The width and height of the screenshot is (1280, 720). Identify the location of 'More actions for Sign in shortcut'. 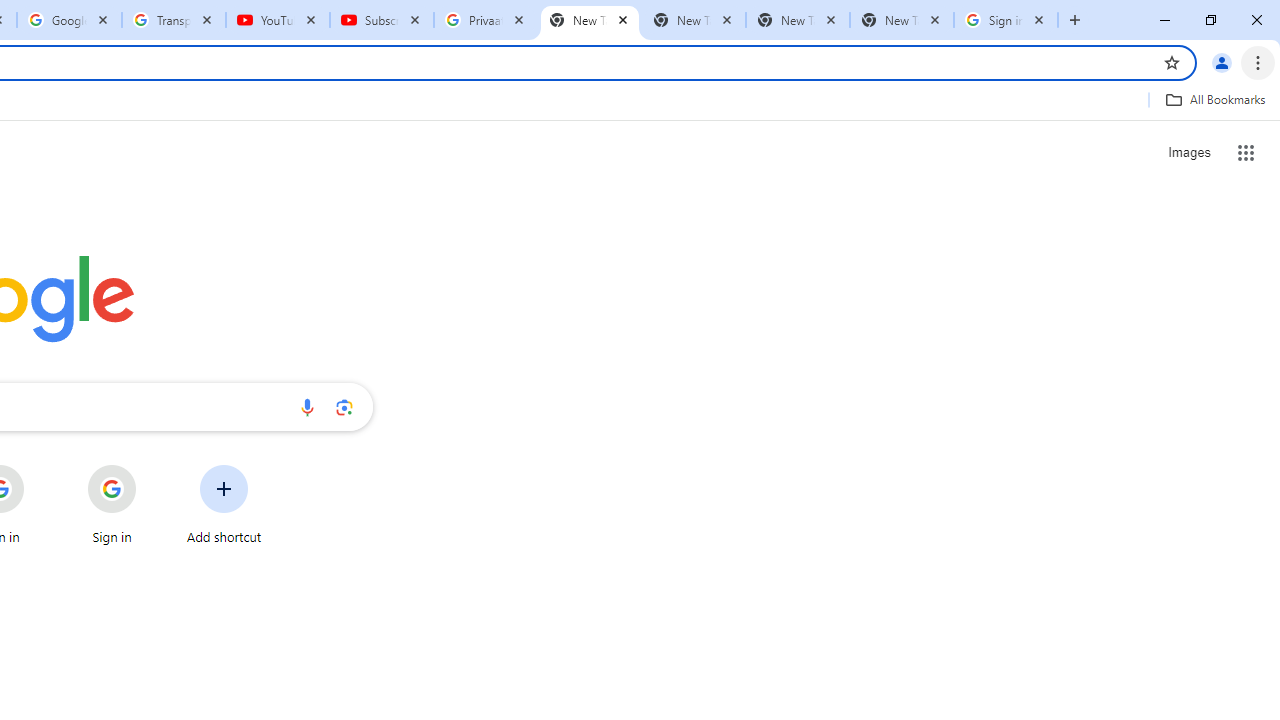
(151, 466).